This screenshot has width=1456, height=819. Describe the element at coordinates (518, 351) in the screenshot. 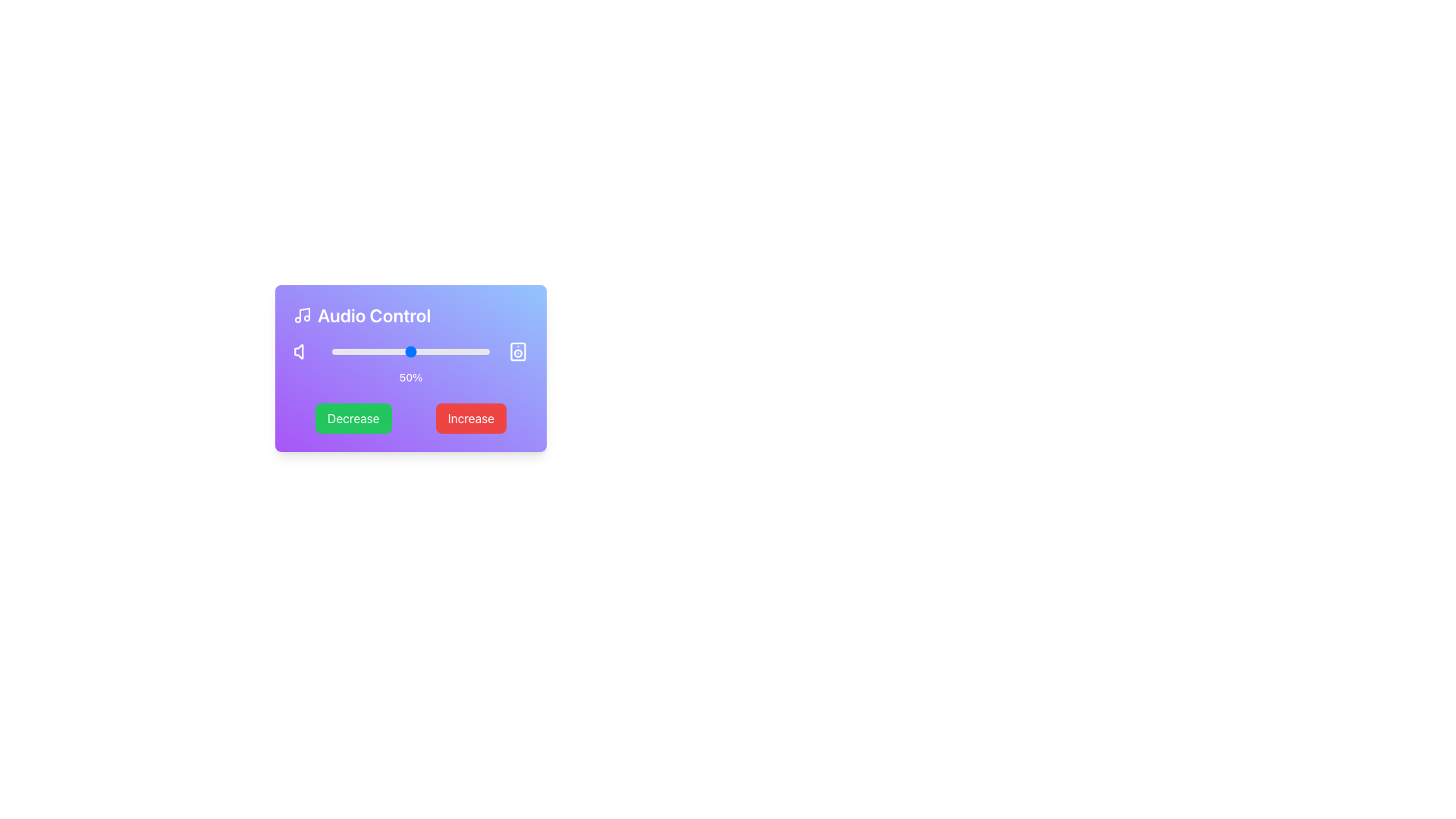

I see `the rectangular element with rounded corners inside the speaker icon located at the top-right section of the interface` at that location.